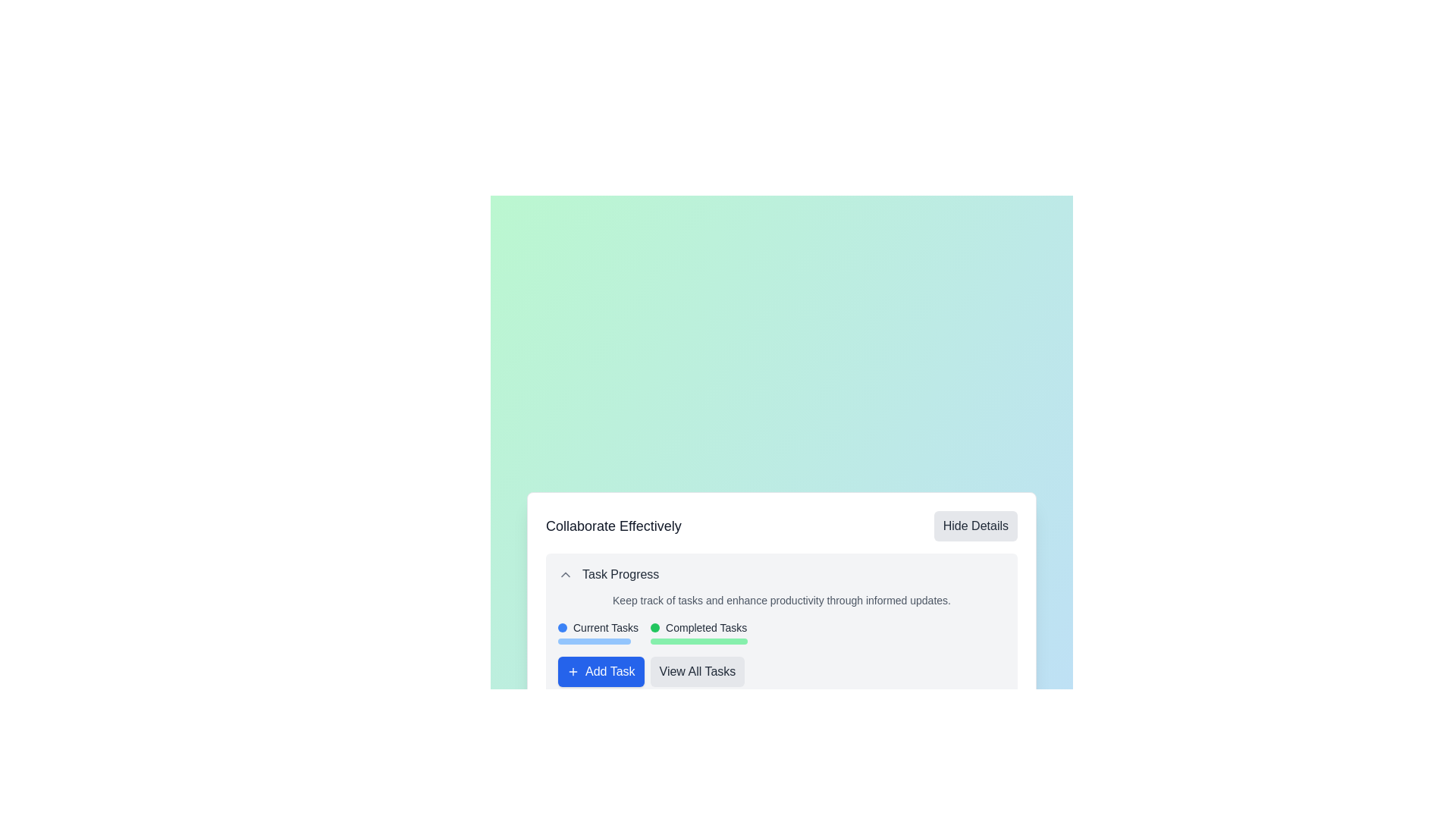  Describe the element at coordinates (613, 526) in the screenshot. I see `the Text Label that serves as a title or heading, positioned to the left of the 'Hide Details' element` at that location.